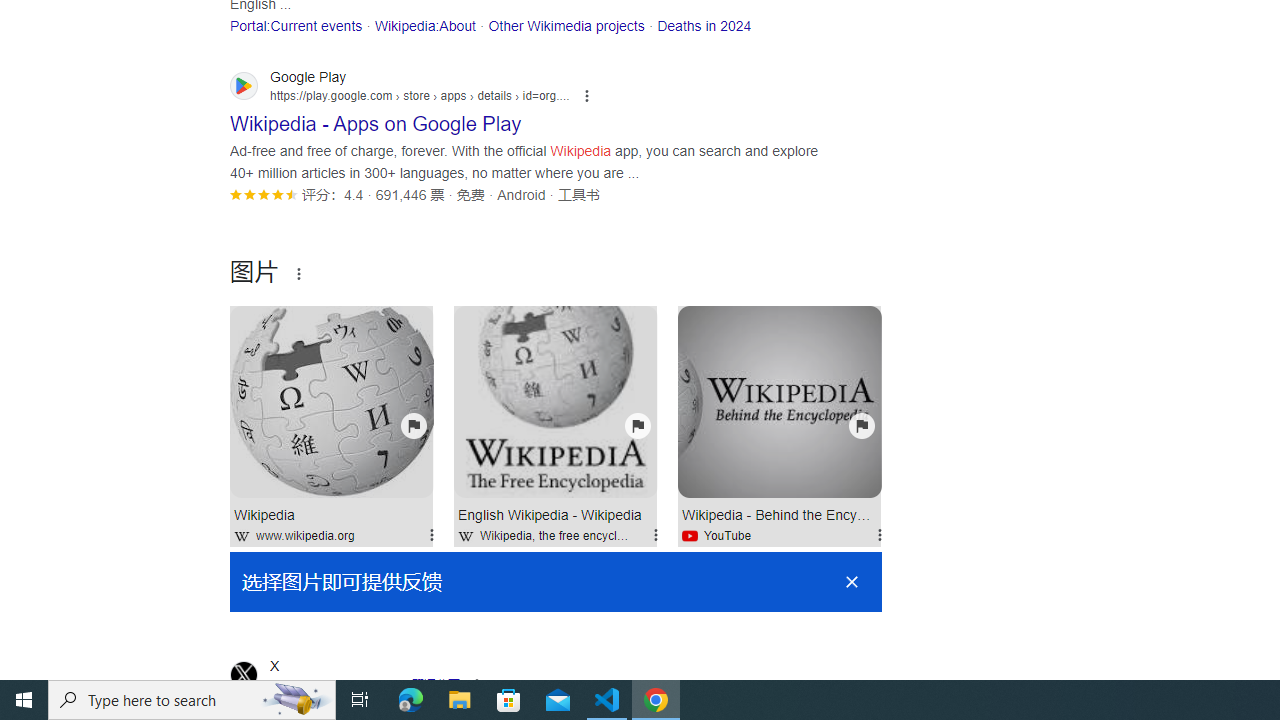 The width and height of the screenshot is (1280, 720). Describe the element at coordinates (295, 25) in the screenshot. I see `'Portal:Current events'` at that location.